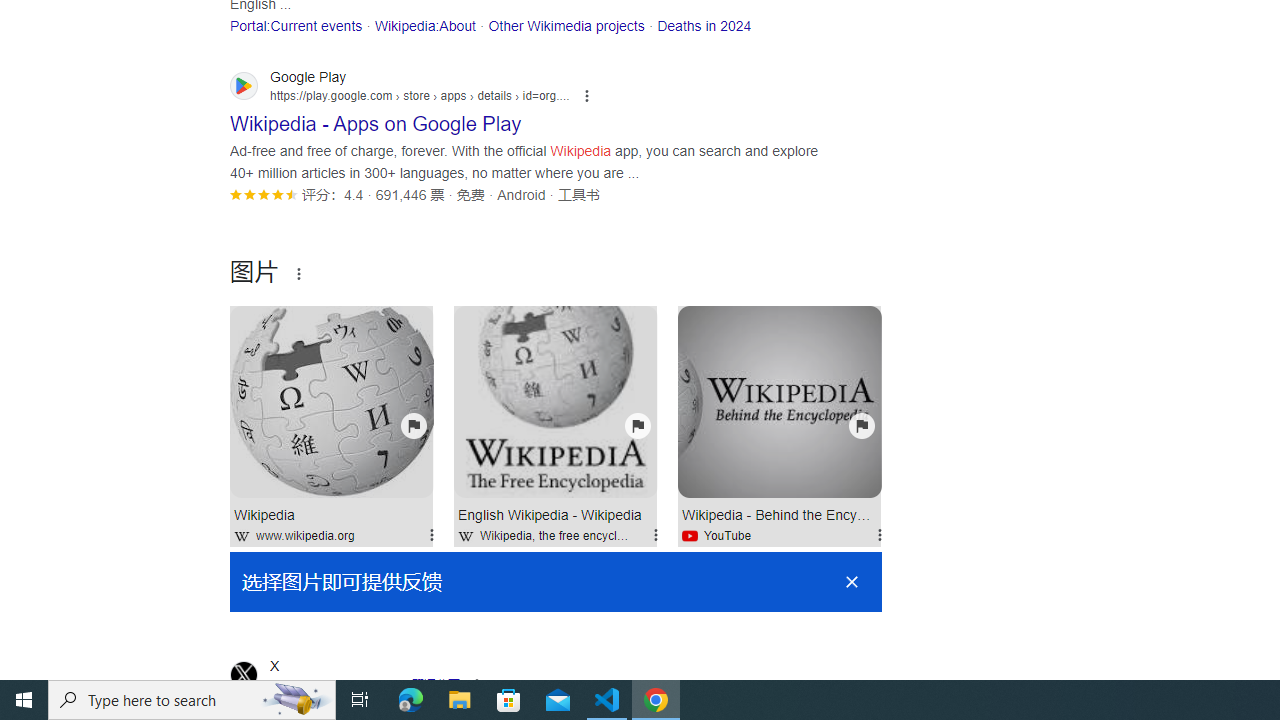 The width and height of the screenshot is (1280, 720). Describe the element at coordinates (295, 25) in the screenshot. I see `'Portal:Current events'` at that location.